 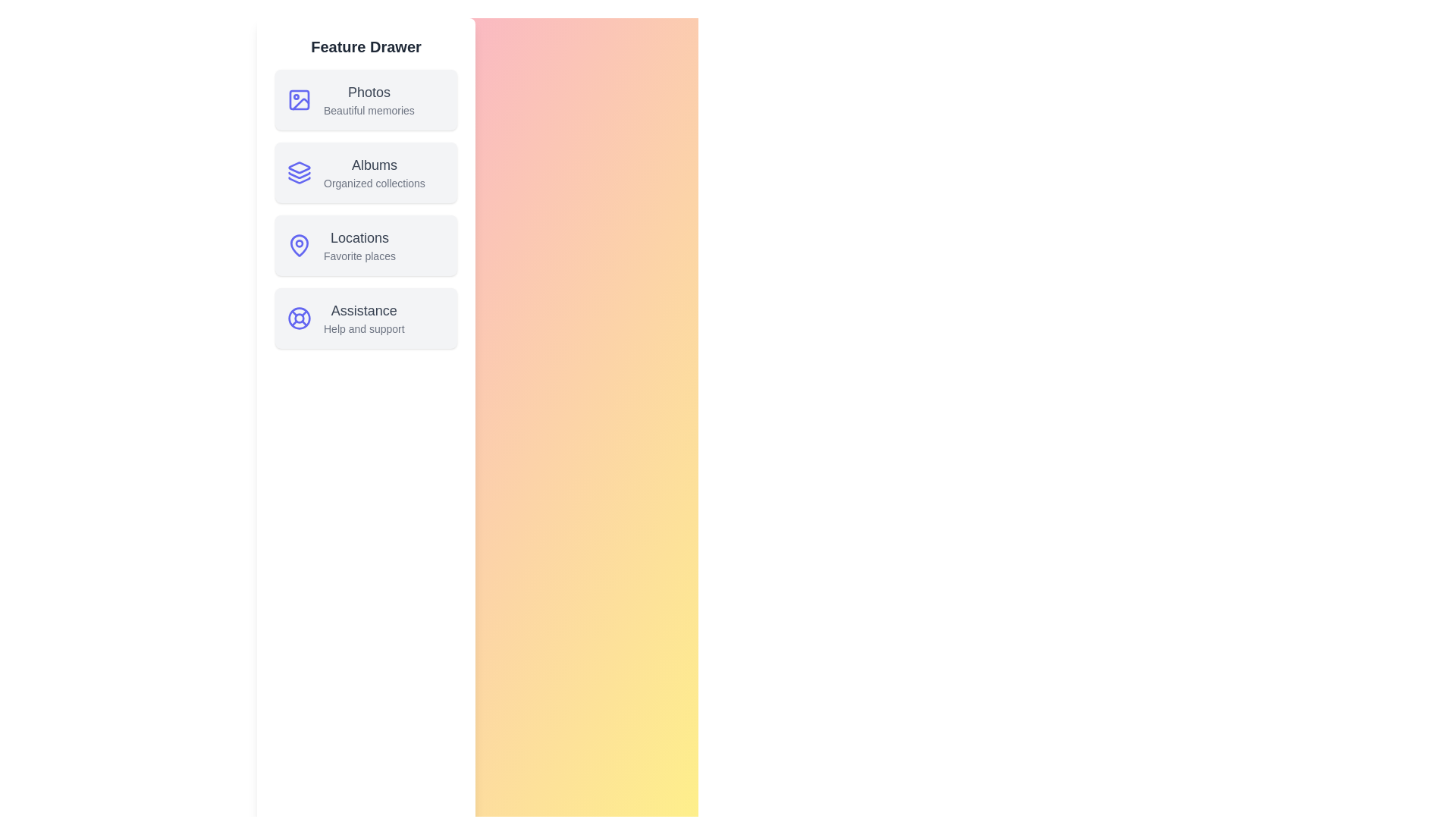 What do you see at coordinates (366, 99) in the screenshot?
I see `the feature item Photos from the StylishDrawer` at bounding box center [366, 99].